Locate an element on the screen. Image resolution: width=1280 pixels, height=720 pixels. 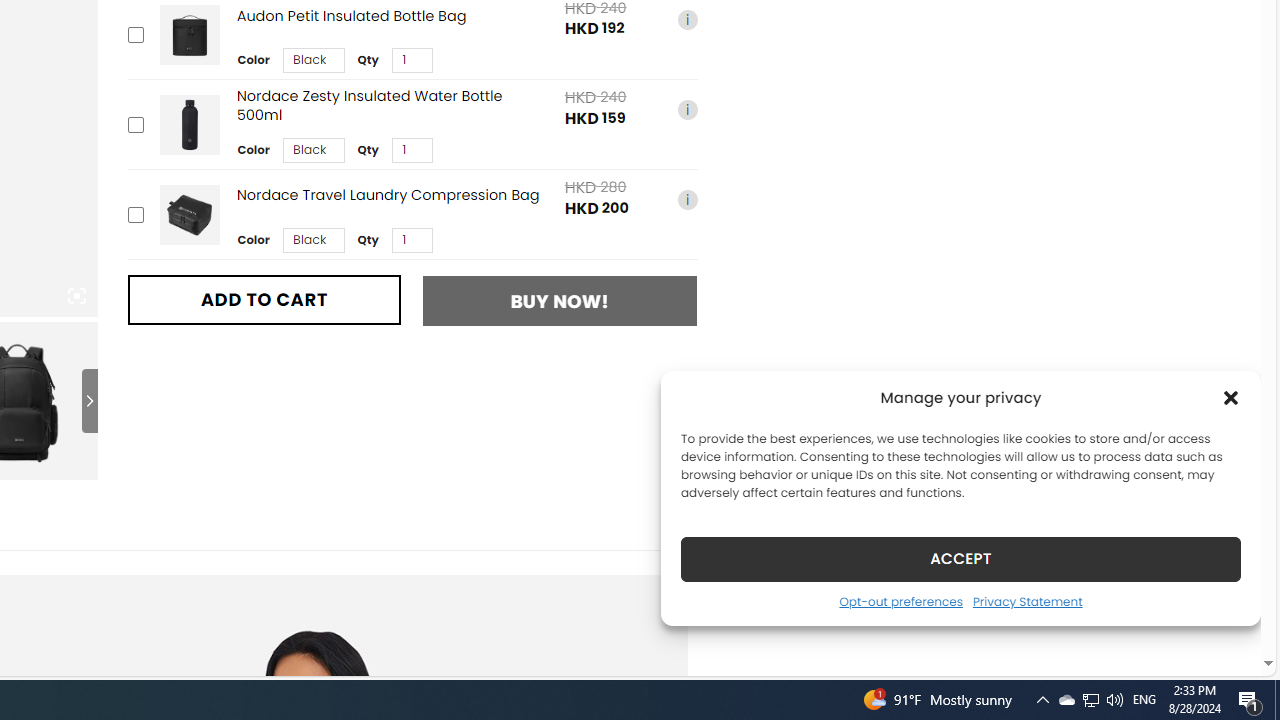
'Privacy Statement' is located at coordinates (1027, 600).